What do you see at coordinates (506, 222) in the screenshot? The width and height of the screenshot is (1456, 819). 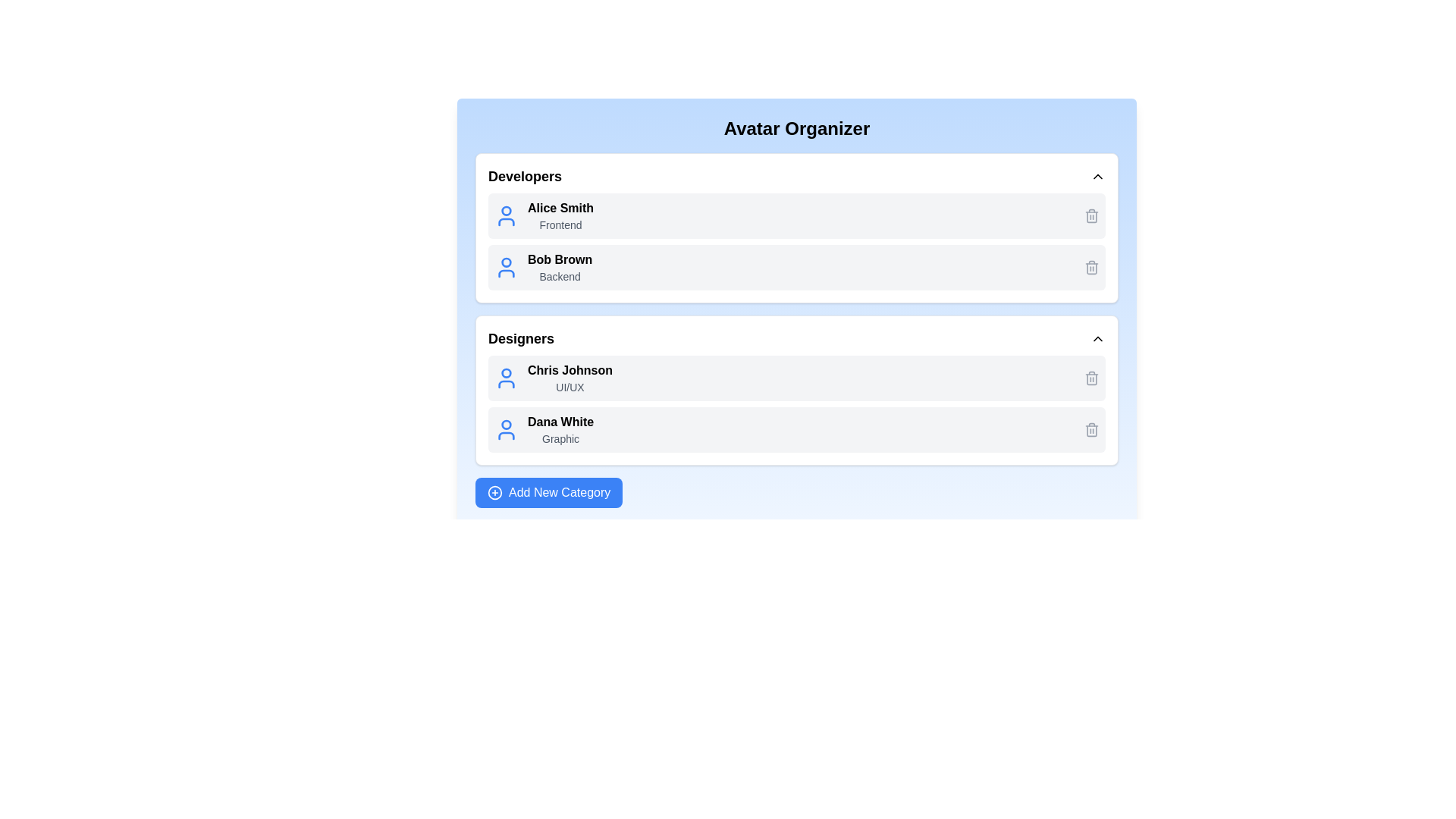 I see `the blue curved shape representing the lower half of the user icon torso within the SVG` at bounding box center [506, 222].